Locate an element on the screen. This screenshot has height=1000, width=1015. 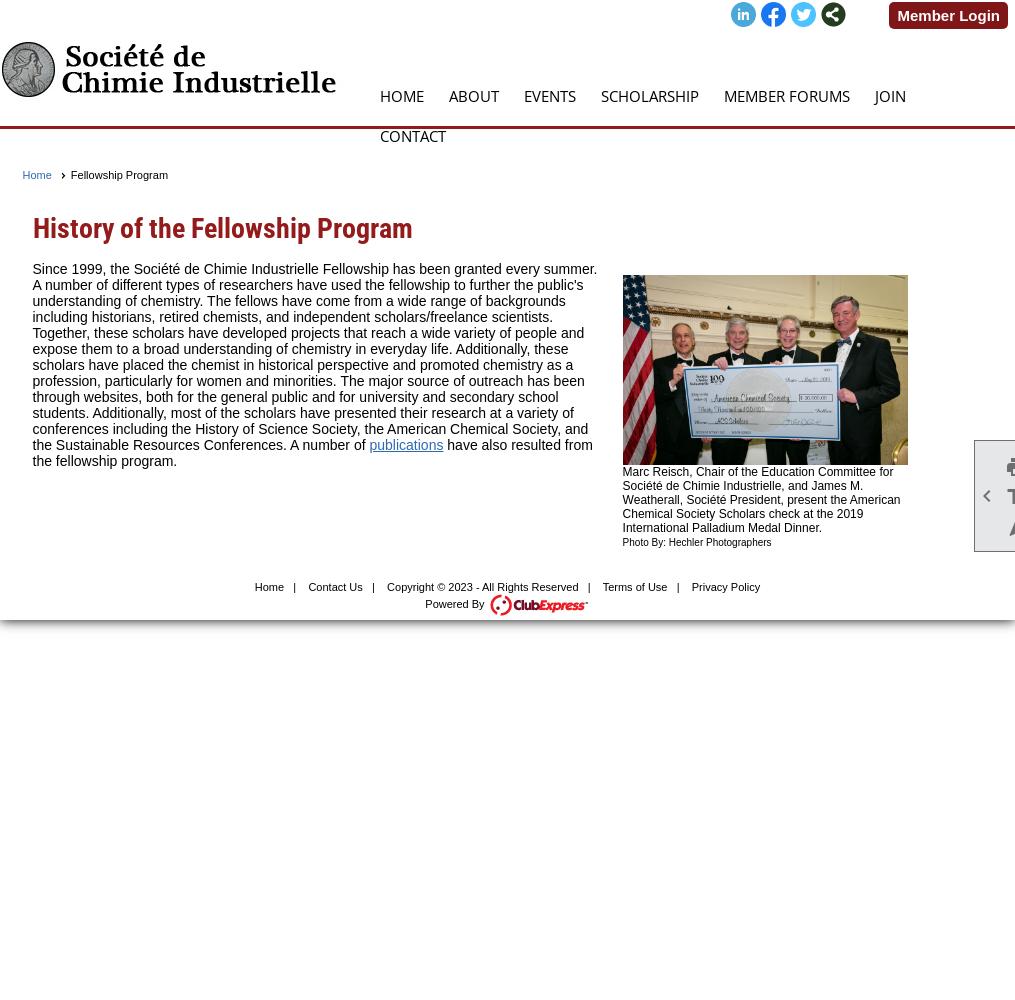
'have also resulted from the fellowship program.' is located at coordinates (311, 452).